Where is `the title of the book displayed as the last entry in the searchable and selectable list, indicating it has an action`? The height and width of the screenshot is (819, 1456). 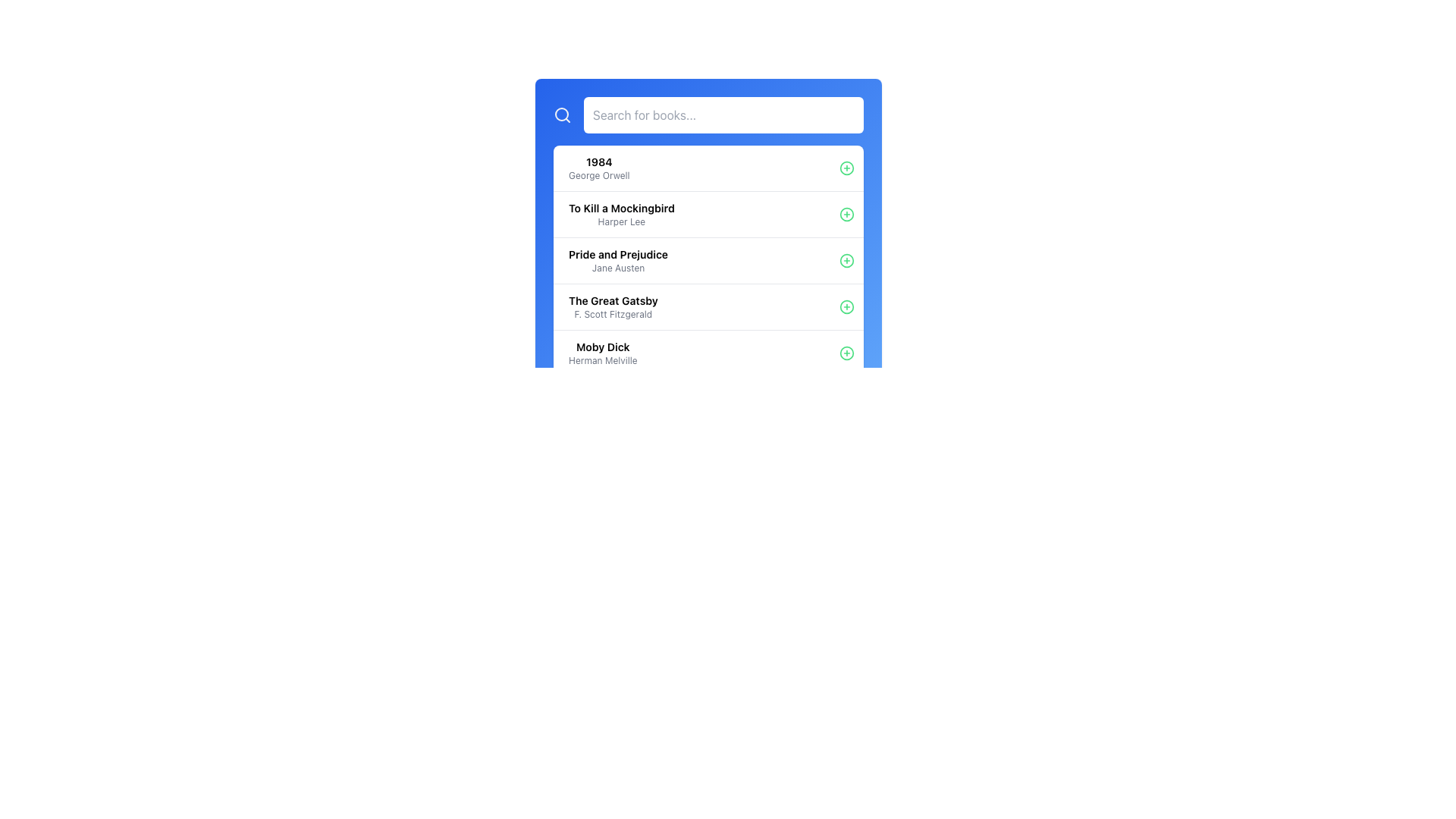 the title of the book displayed as the last entry in the searchable and selectable list, indicating it has an action is located at coordinates (602, 347).